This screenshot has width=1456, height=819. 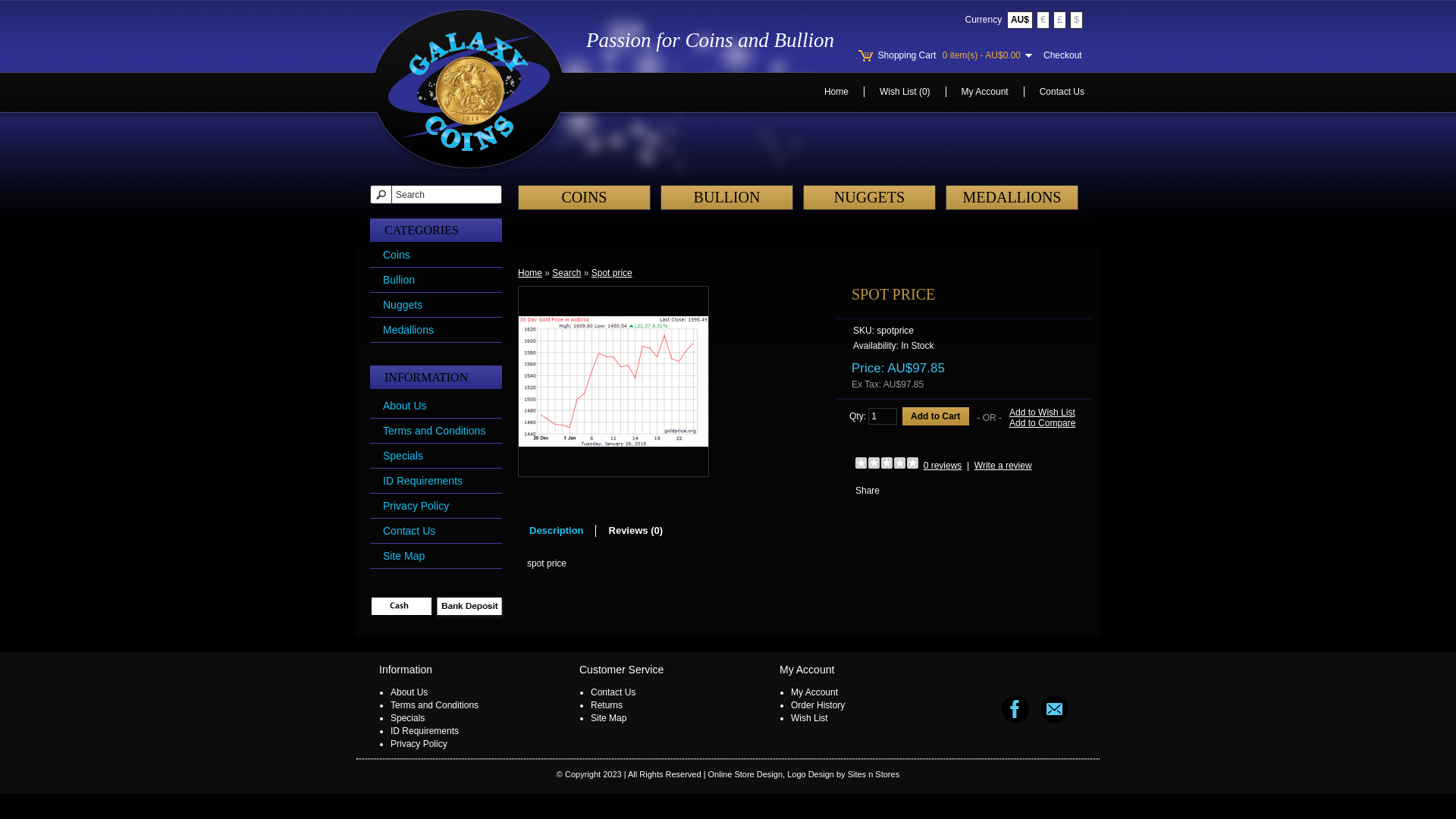 What do you see at coordinates (1003, 464) in the screenshot?
I see `'Write a review'` at bounding box center [1003, 464].